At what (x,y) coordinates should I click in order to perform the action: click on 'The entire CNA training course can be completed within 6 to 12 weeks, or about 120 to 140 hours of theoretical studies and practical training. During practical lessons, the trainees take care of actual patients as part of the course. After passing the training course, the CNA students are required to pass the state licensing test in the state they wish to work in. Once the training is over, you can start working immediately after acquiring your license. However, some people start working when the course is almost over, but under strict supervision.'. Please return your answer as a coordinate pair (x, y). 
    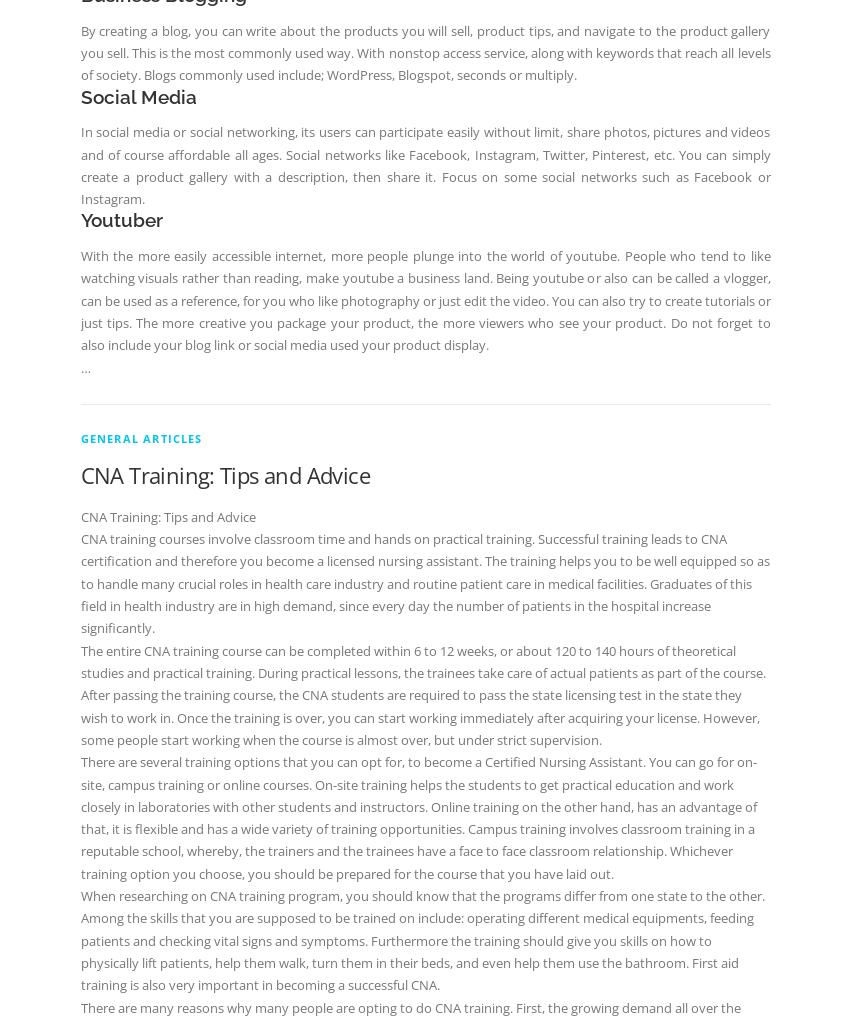
    Looking at the image, I should click on (421, 693).